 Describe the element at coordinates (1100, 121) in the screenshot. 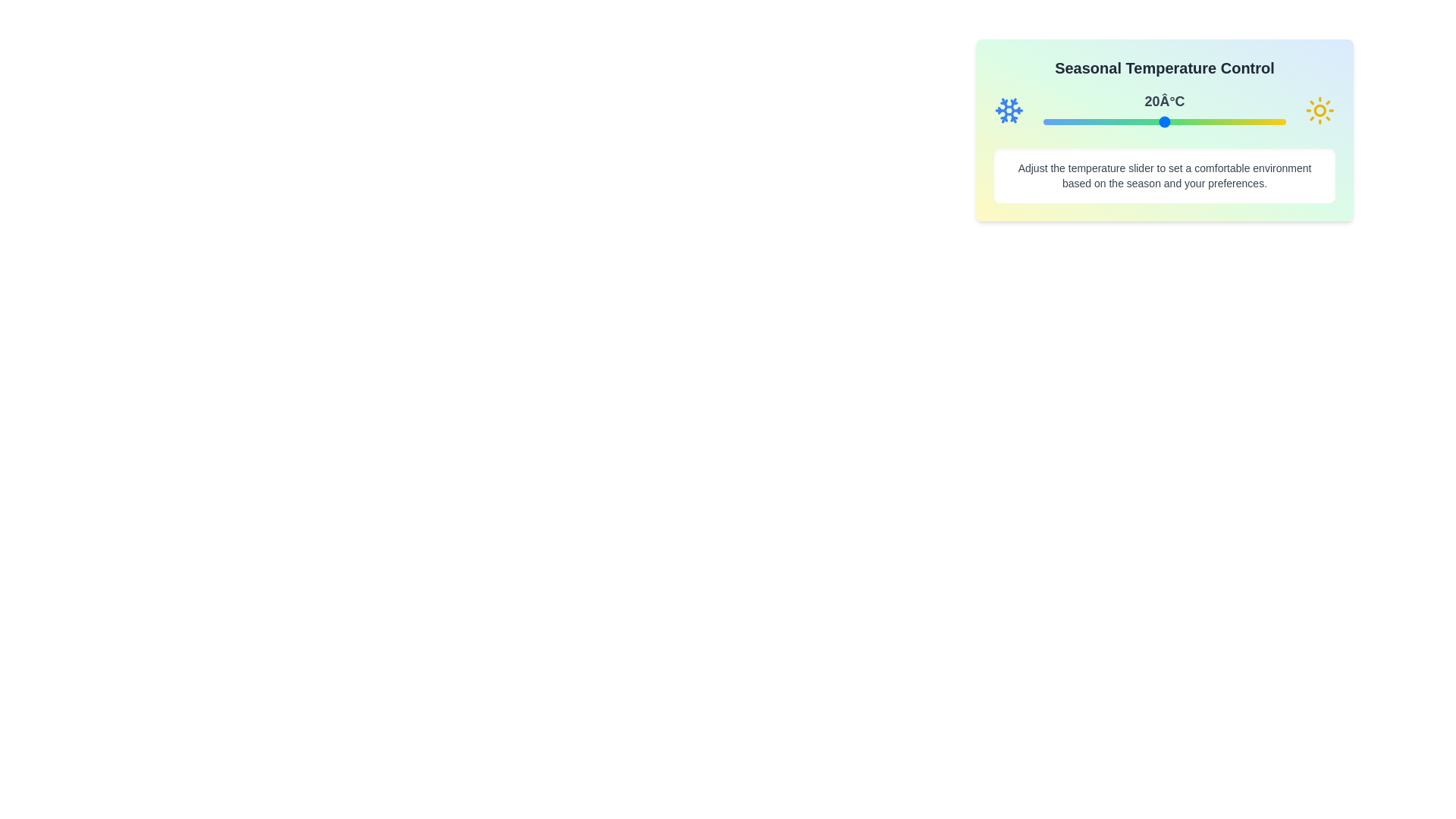

I see `the temperature slider to set the temperature to 4°C` at that location.